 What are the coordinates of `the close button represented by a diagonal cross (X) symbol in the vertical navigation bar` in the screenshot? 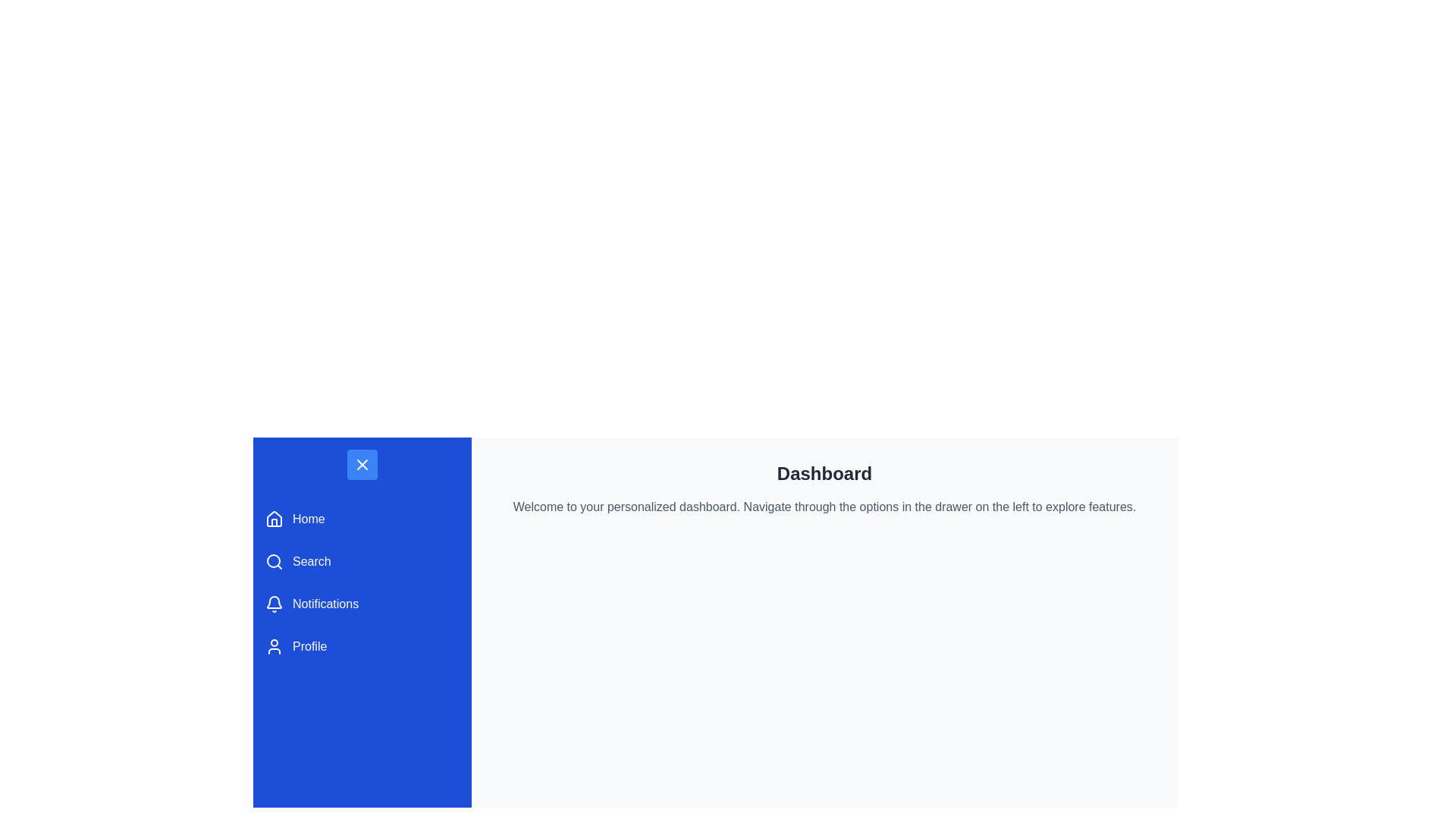 It's located at (362, 464).